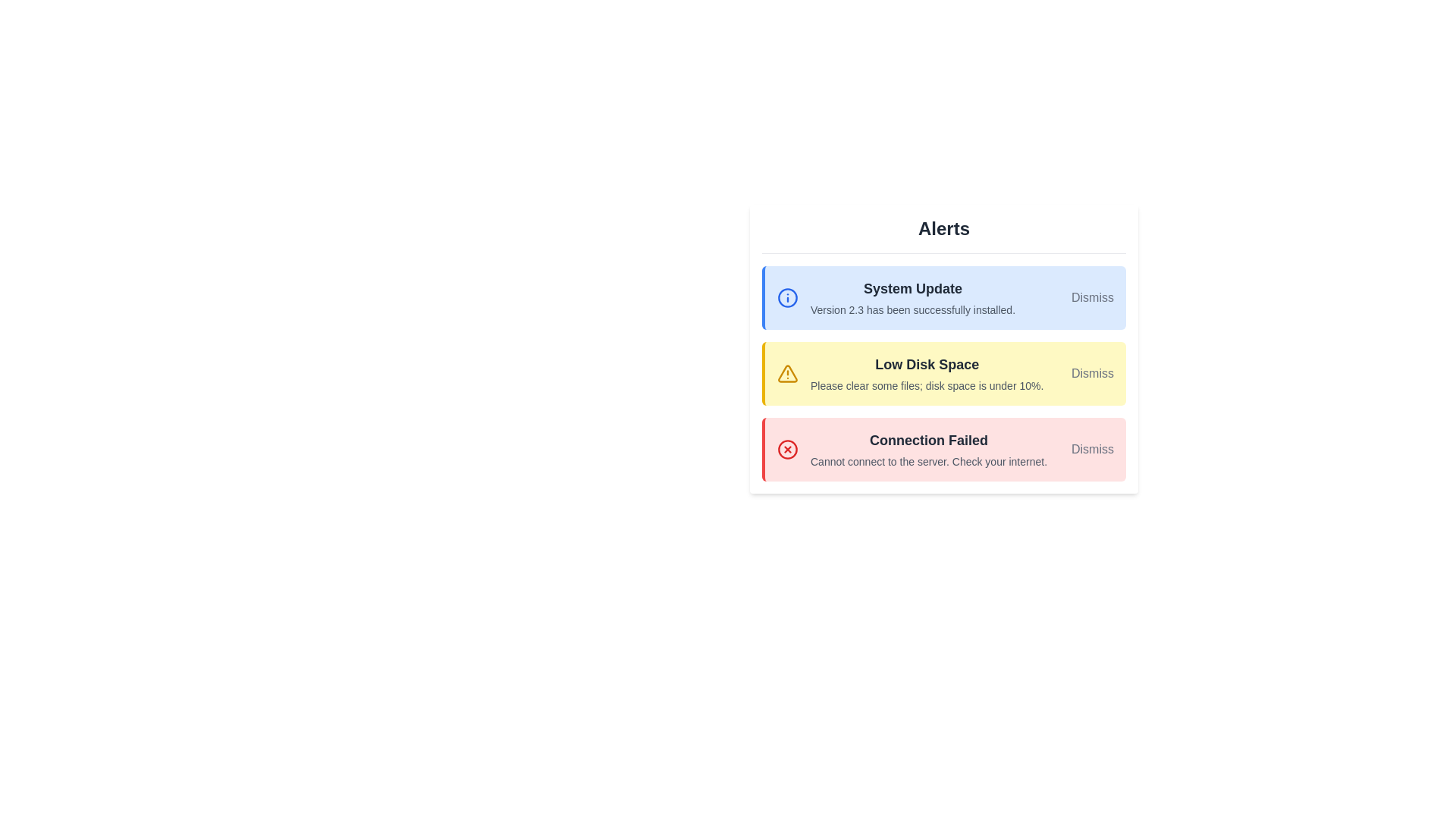  I want to click on text content of the header indicating an error state about a failed connection attempt, located at the top of the third alert section of notifications, so click(927, 441).